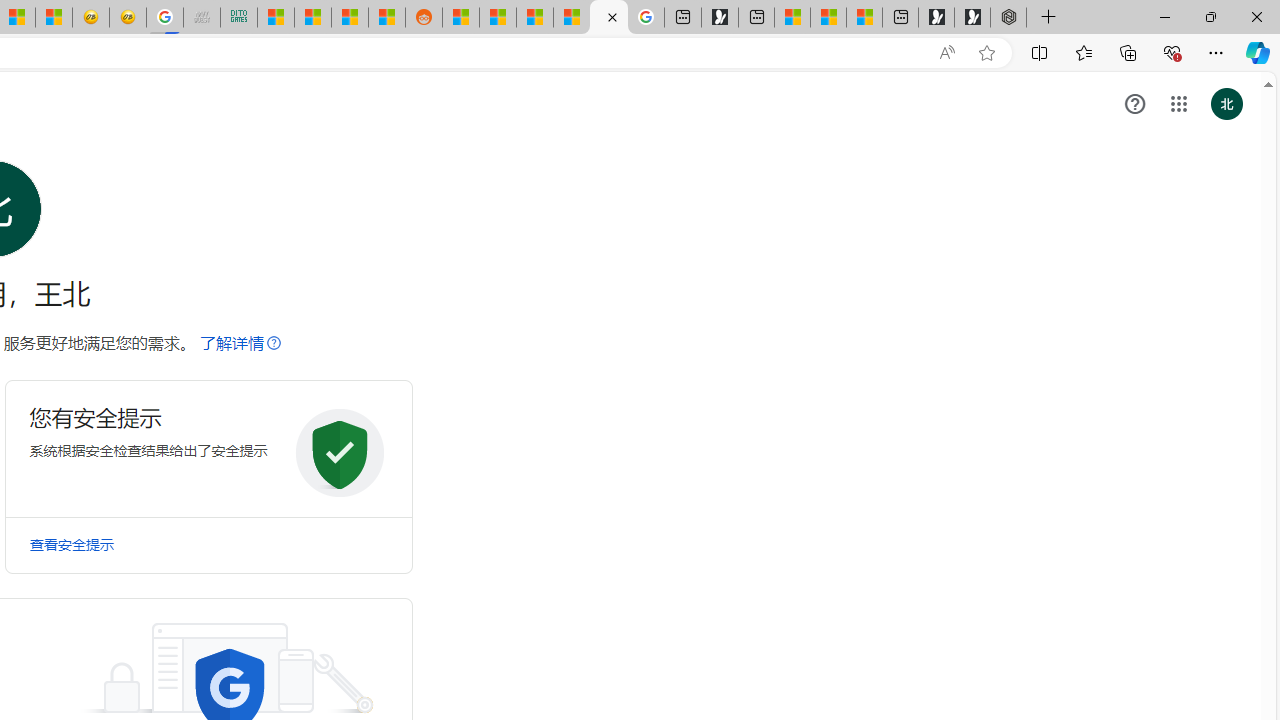 The width and height of the screenshot is (1280, 720). Describe the element at coordinates (208, 447) in the screenshot. I see `'Class: RlFDUe N5YmOc kJXJmd bvW4md I6g62c'` at that location.